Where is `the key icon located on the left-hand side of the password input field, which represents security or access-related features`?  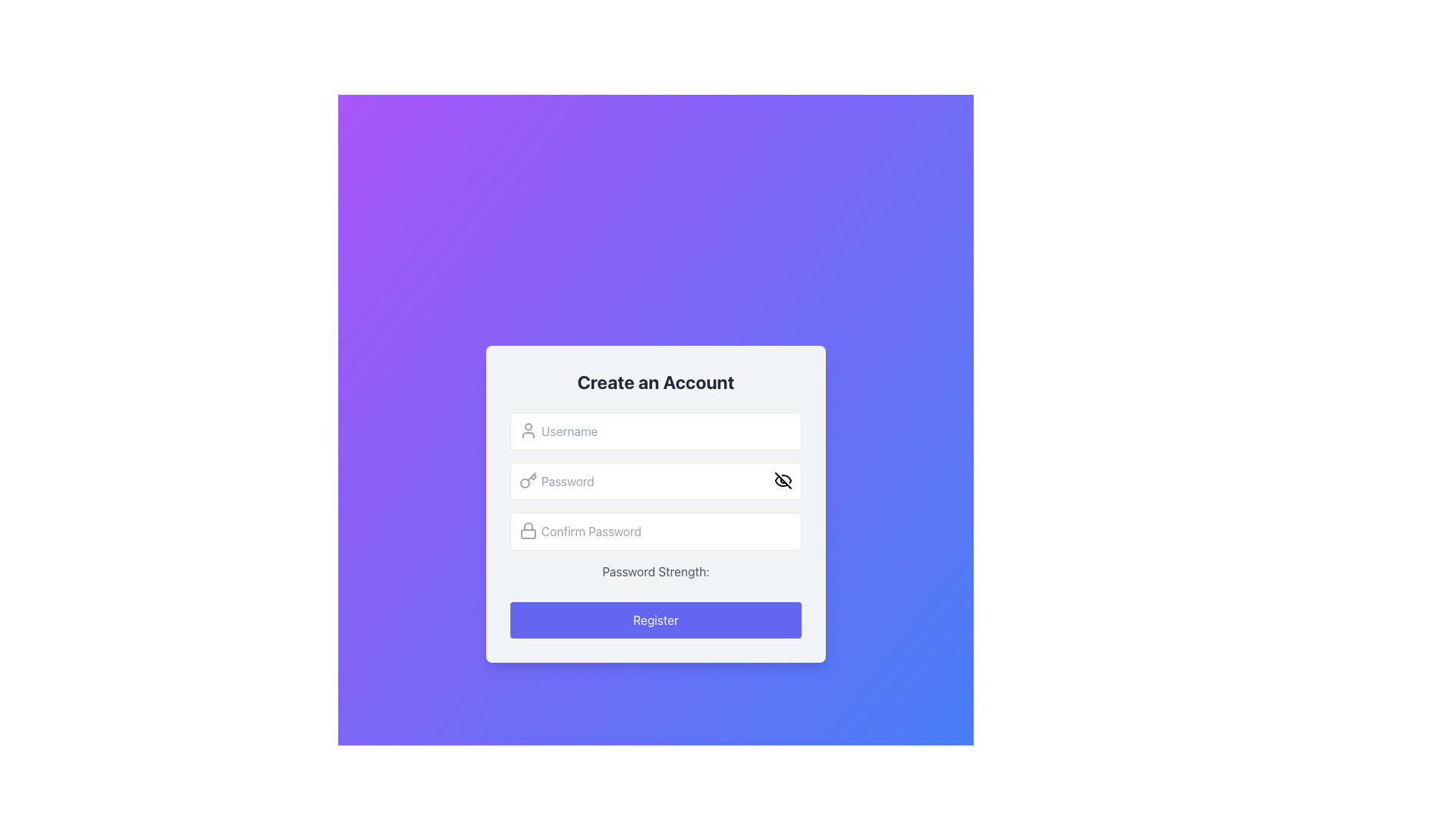 the key icon located on the left-hand side of the password input field, which represents security or access-related features is located at coordinates (528, 480).